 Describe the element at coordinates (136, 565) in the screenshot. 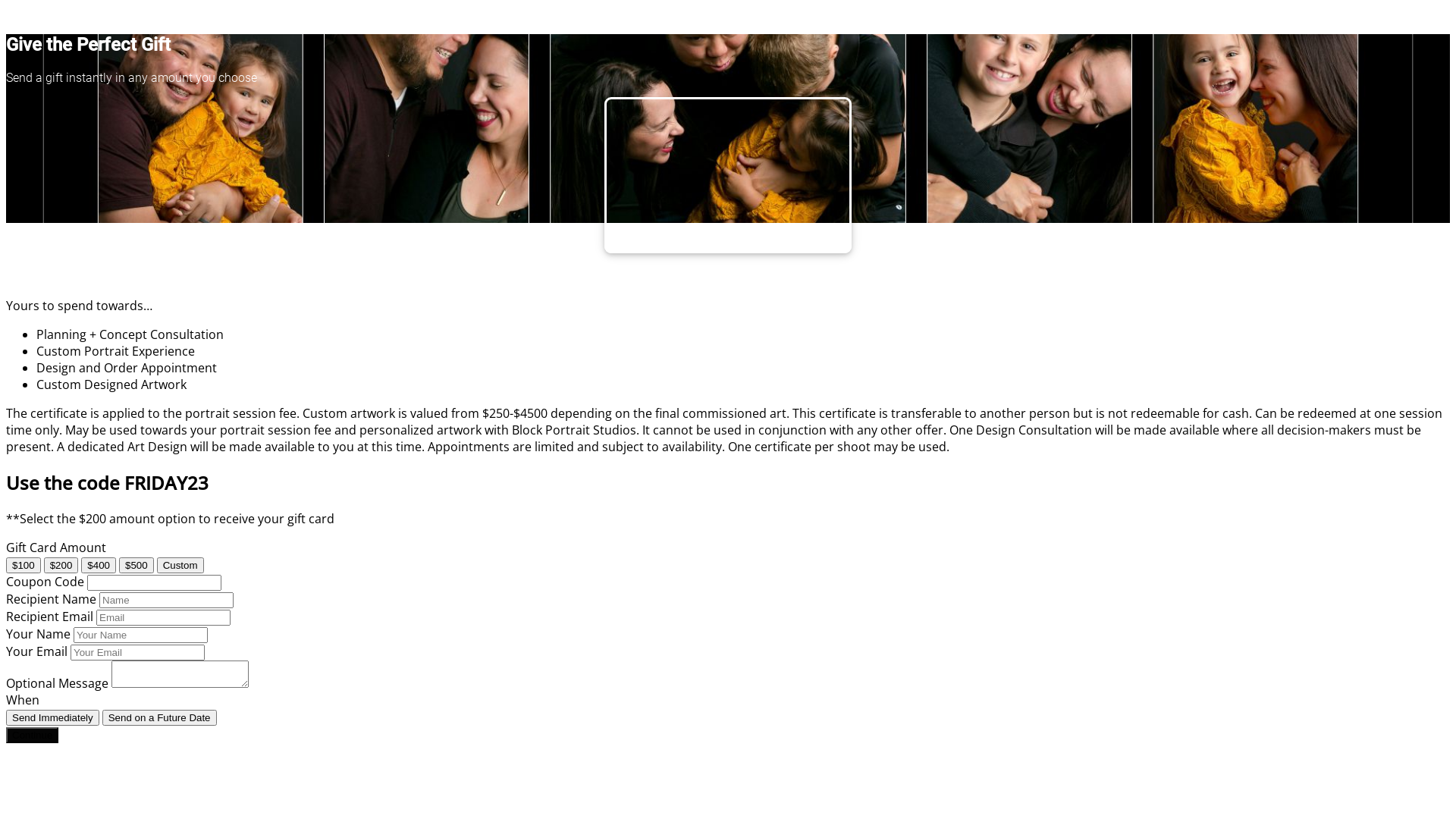

I see `'$500'` at that location.